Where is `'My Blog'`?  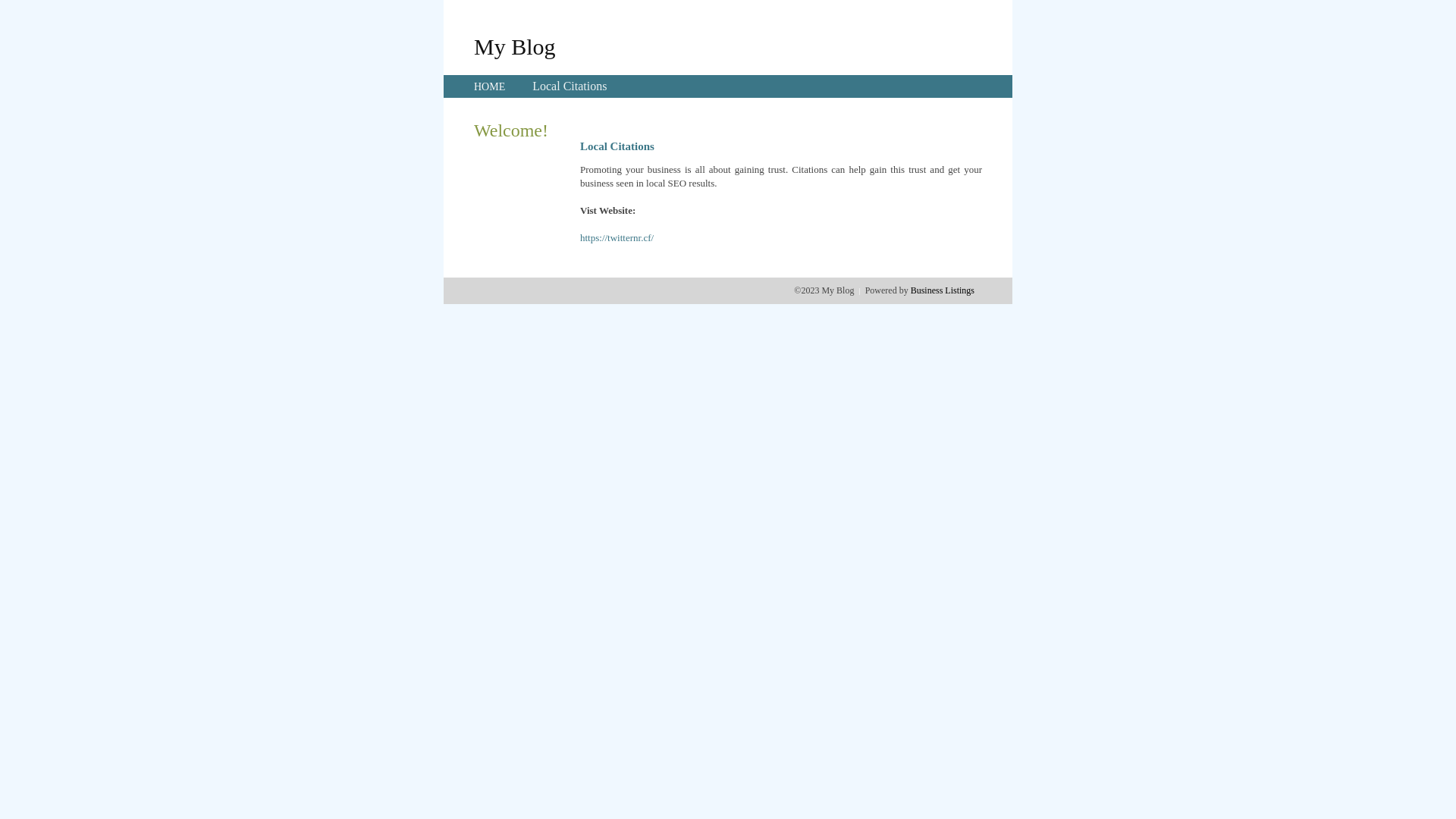 'My Blog' is located at coordinates (514, 45).